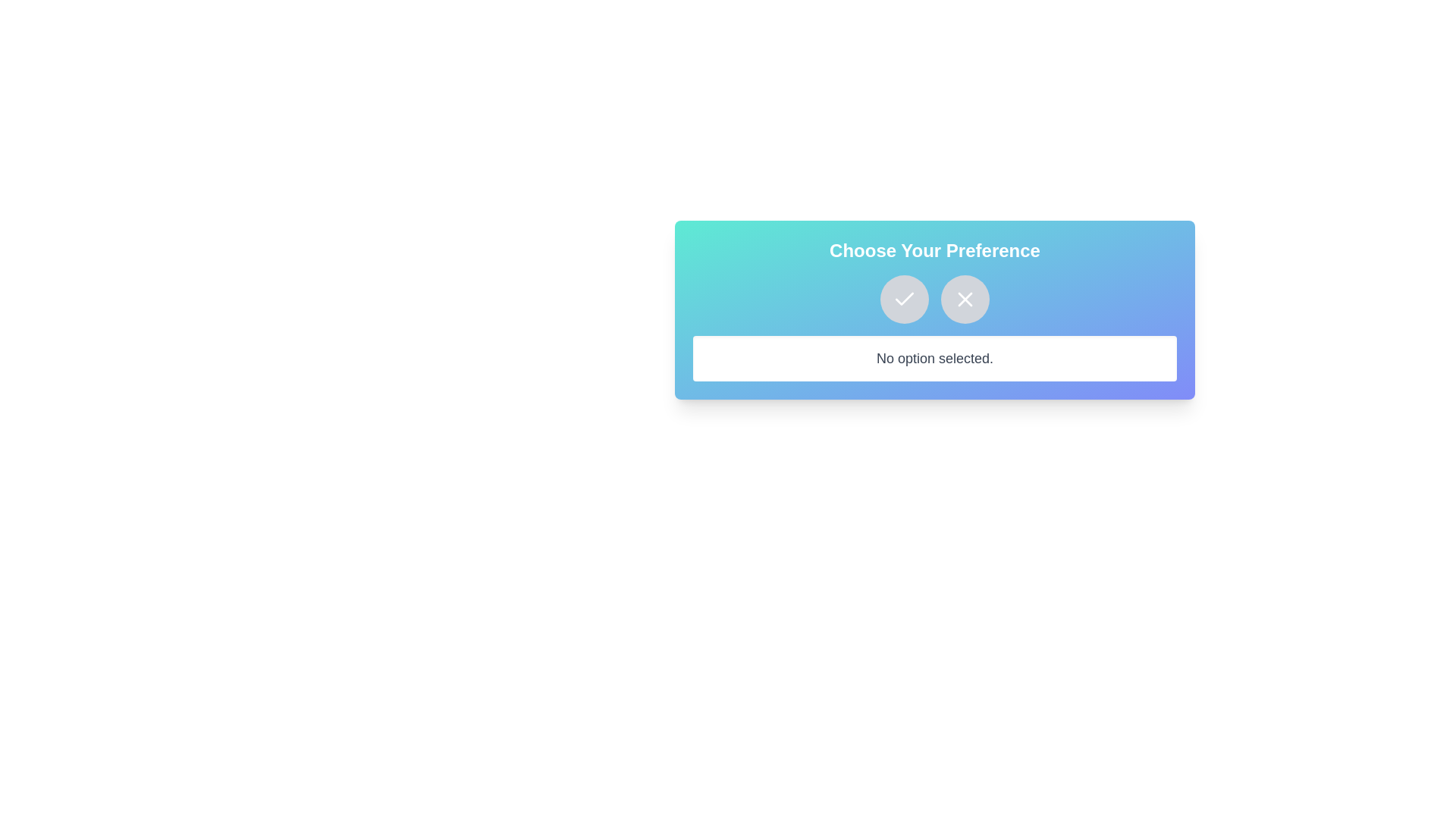 This screenshot has height=819, width=1456. What do you see at coordinates (964, 299) in the screenshot?
I see `the cross button to reject the choice` at bounding box center [964, 299].